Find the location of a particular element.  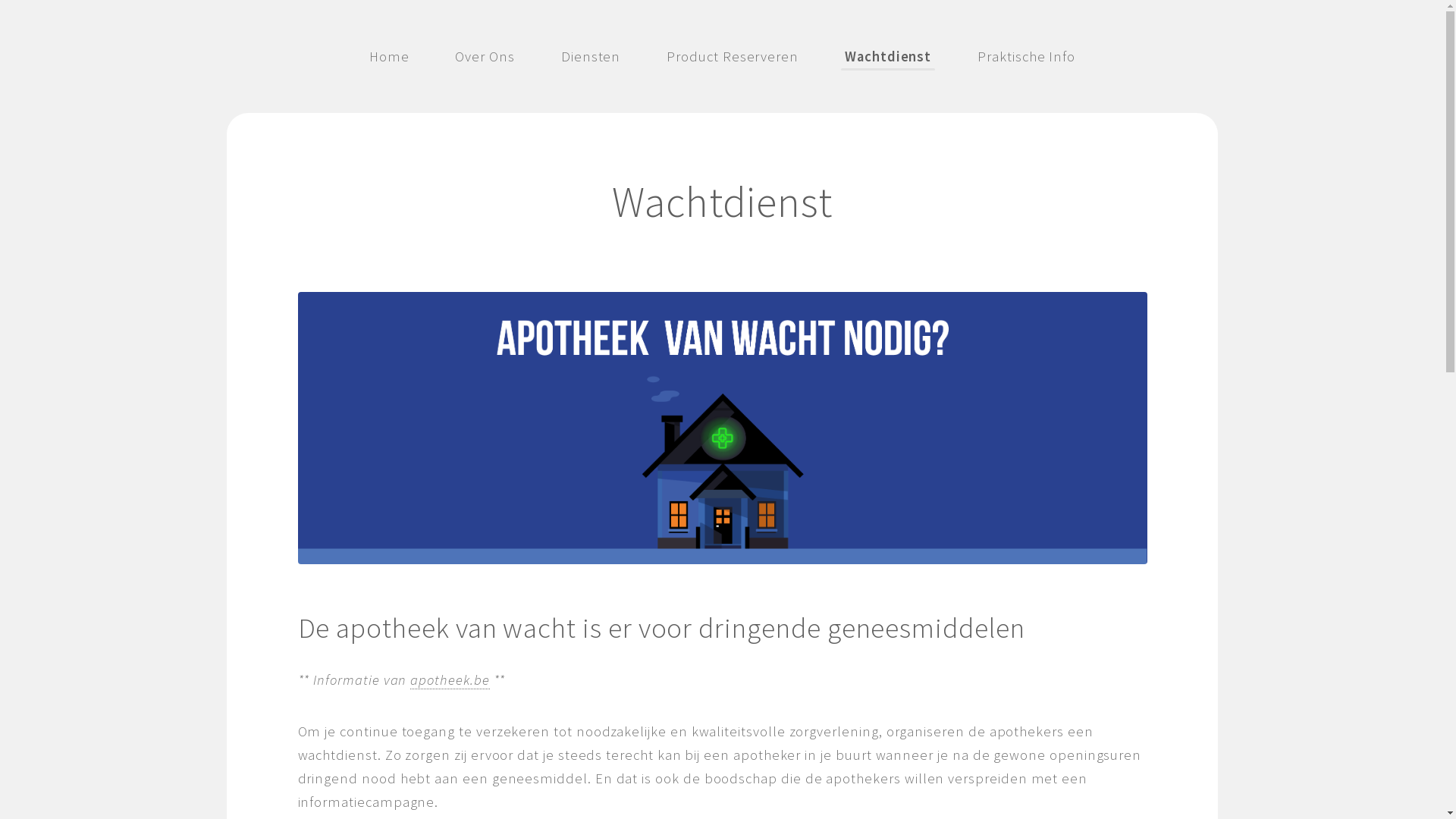

'Praktische Info' is located at coordinates (1026, 55).